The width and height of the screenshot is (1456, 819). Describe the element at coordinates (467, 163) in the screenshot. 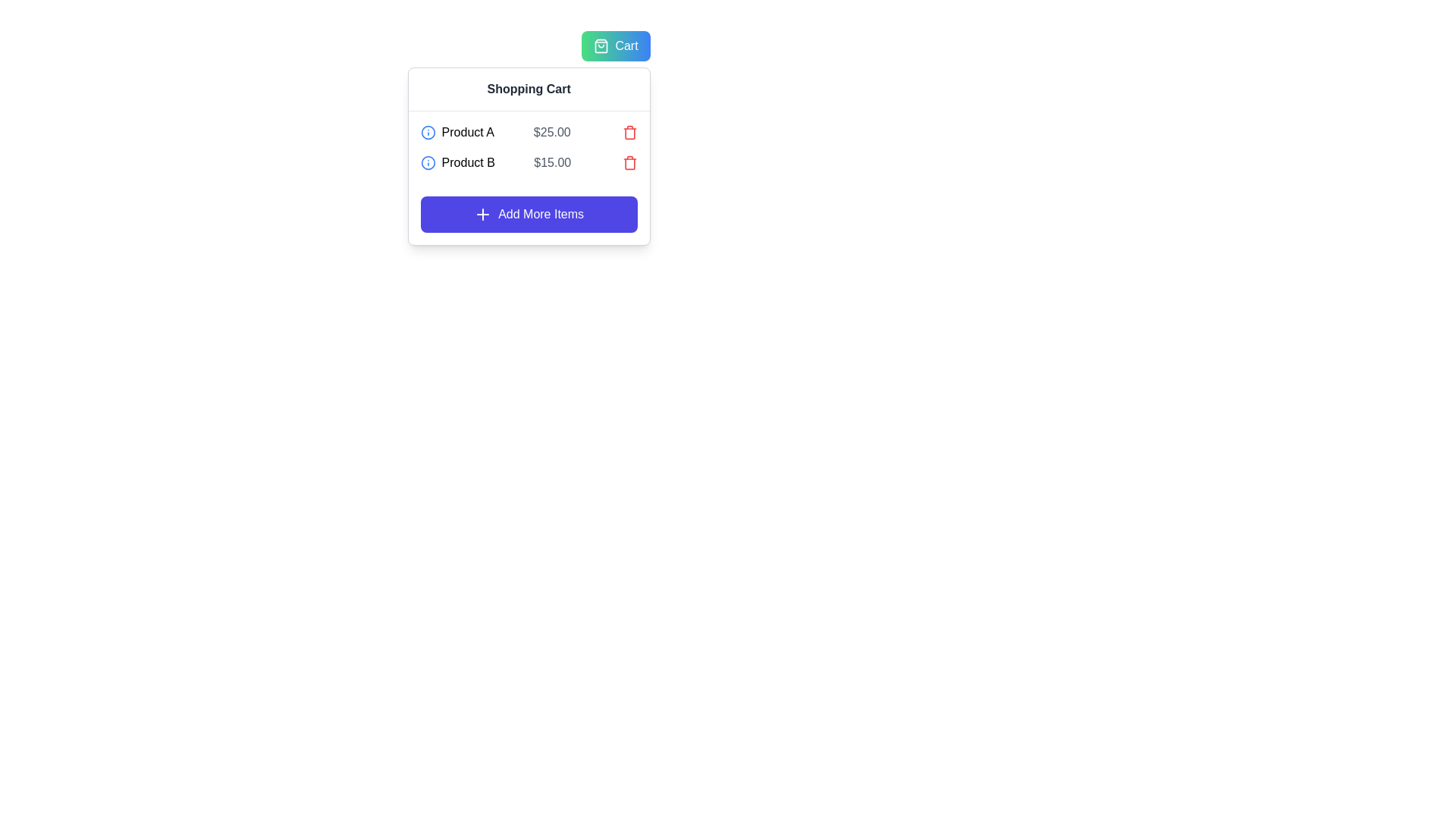

I see `the 'Product B' text label in the Shopping Cart section` at that location.